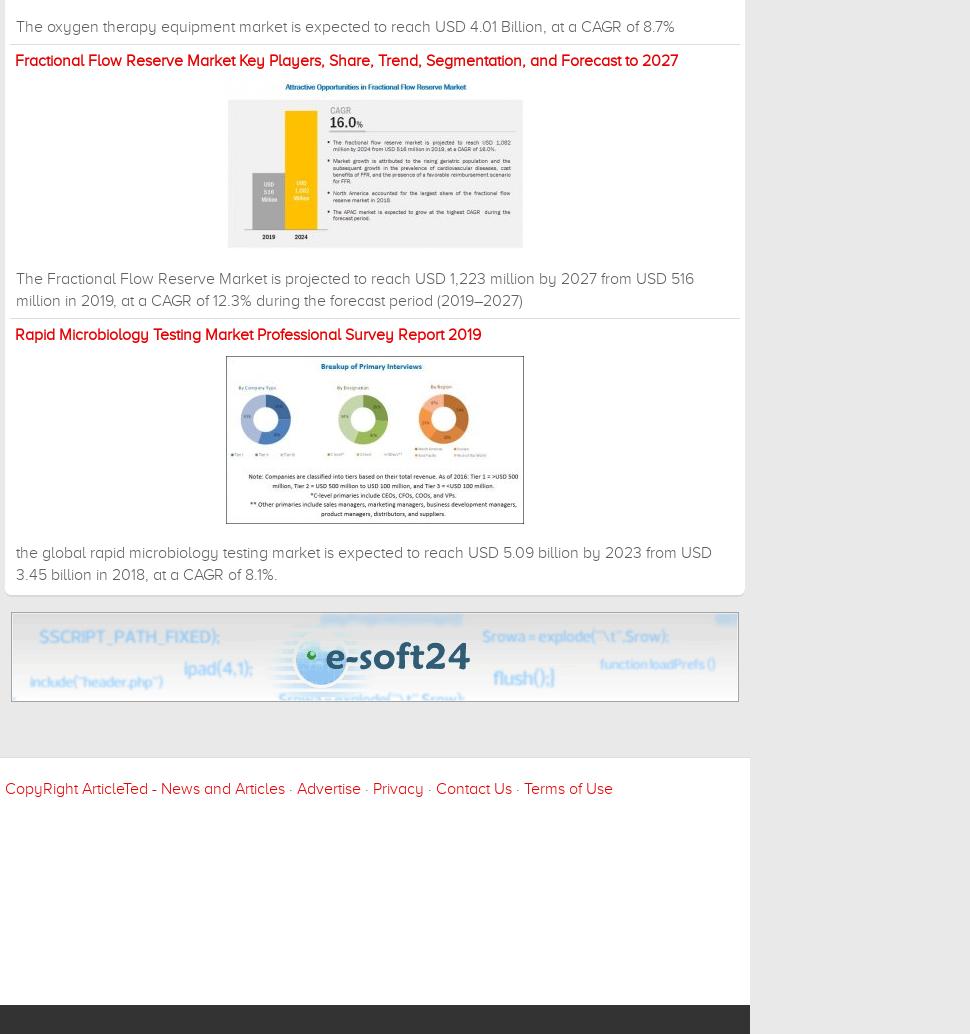 This screenshot has height=1034, width=970. What do you see at coordinates (297, 787) in the screenshot?
I see `'Advertise'` at bounding box center [297, 787].